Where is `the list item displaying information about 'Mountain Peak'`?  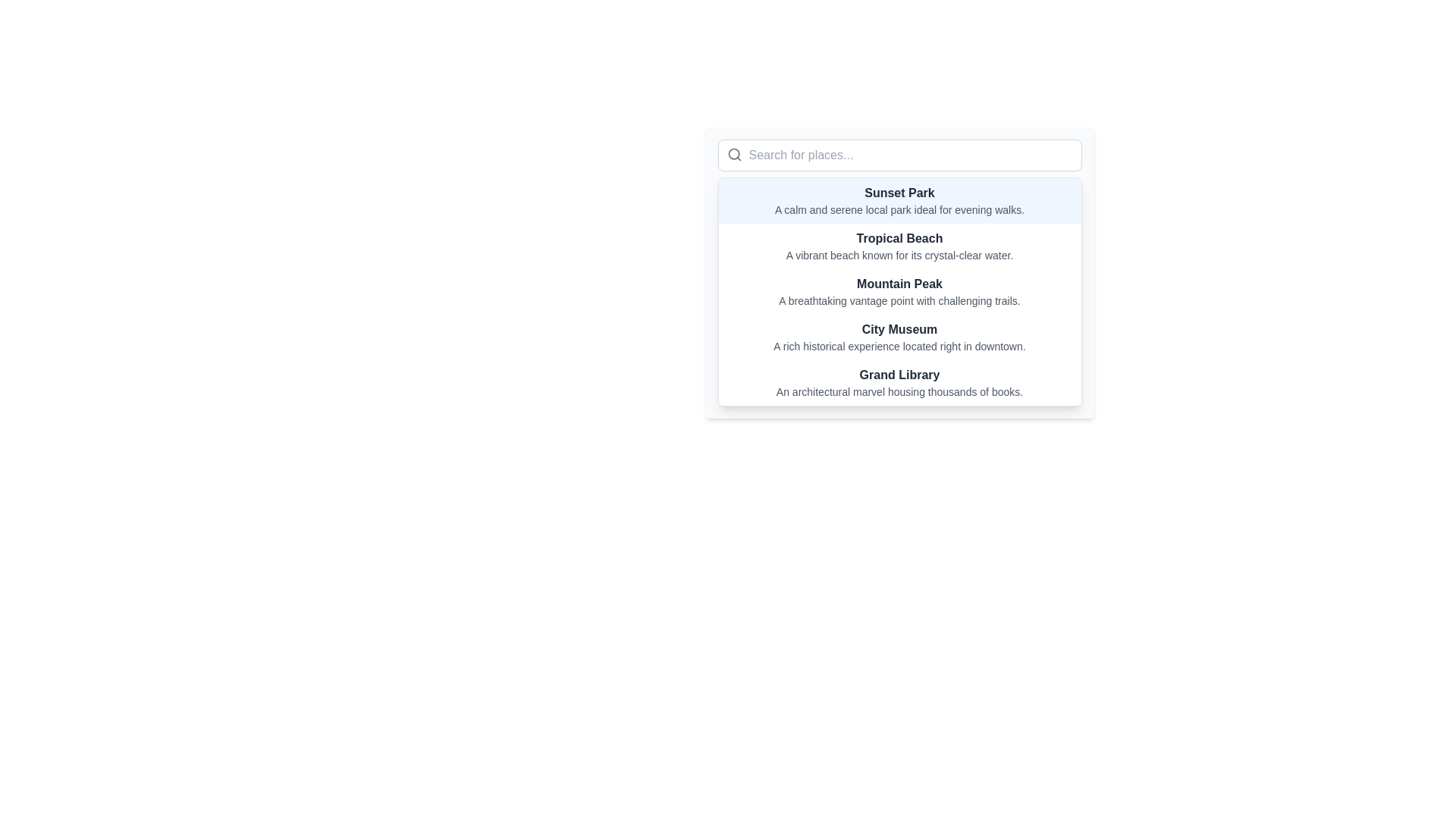 the list item displaying information about 'Mountain Peak' is located at coordinates (899, 292).